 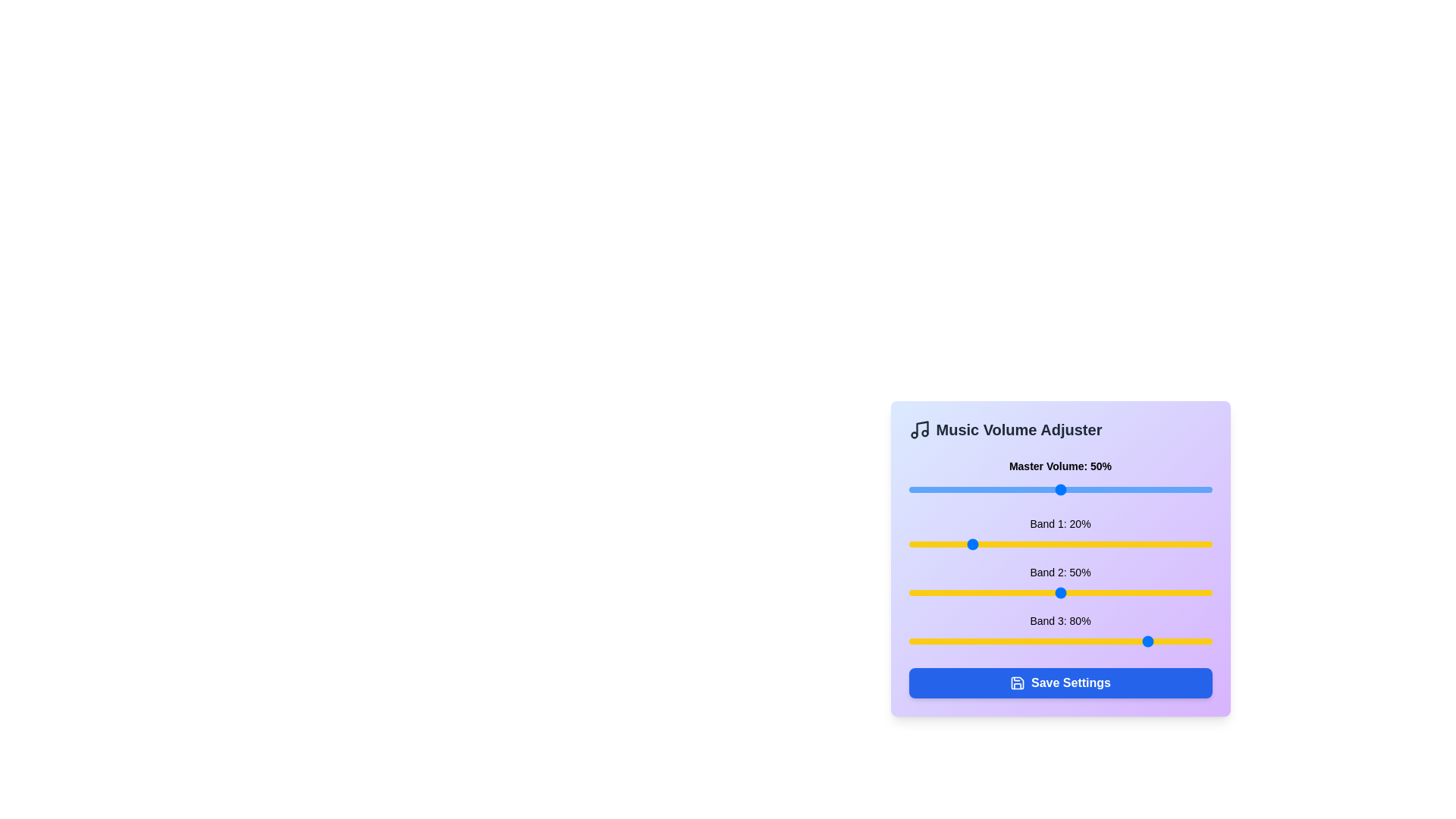 What do you see at coordinates (1024, 543) in the screenshot?
I see `Band 1` at bounding box center [1024, 543].